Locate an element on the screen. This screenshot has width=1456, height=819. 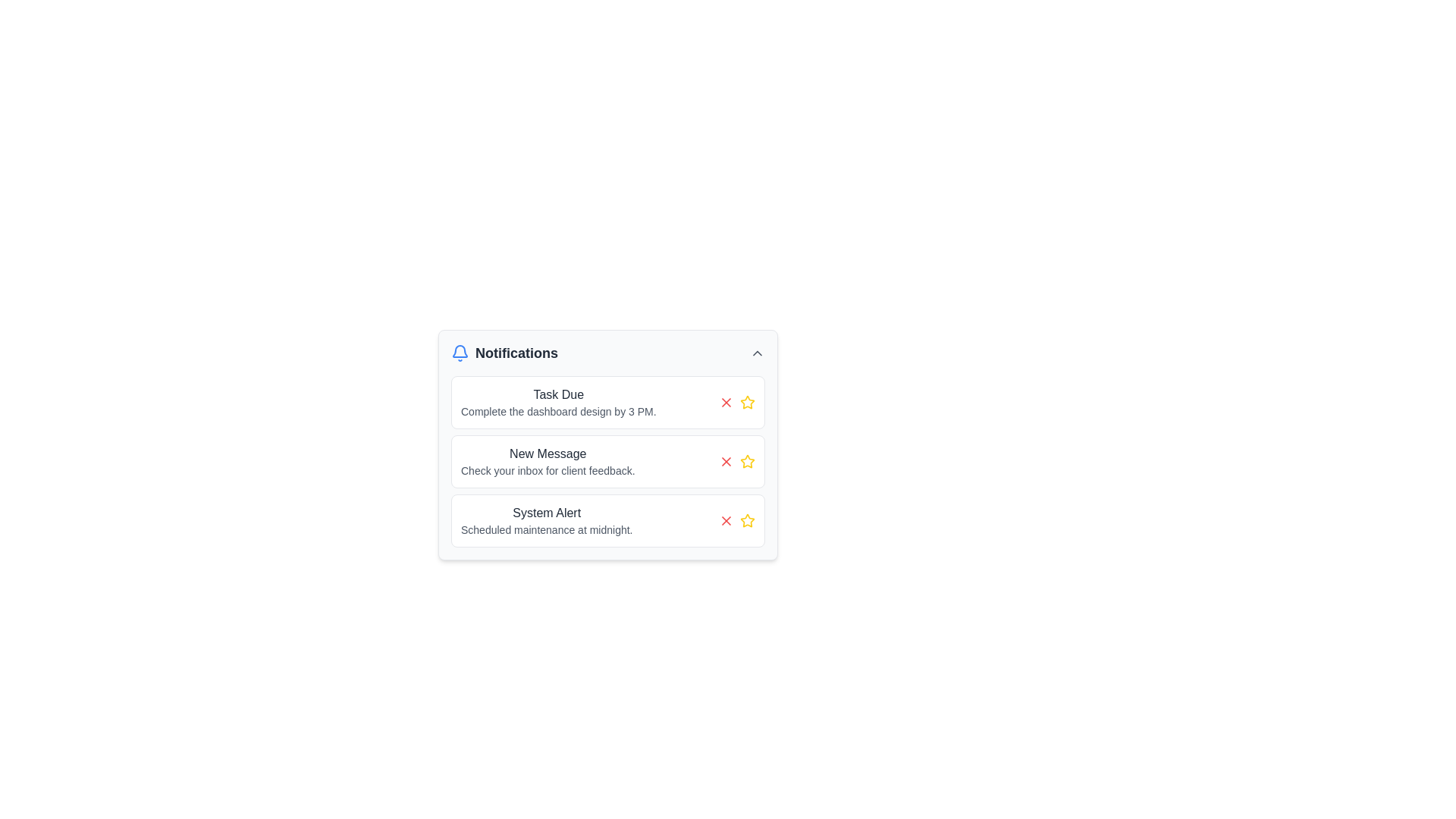
the last star icon in the notifications list is located at coordinates (747, 519).